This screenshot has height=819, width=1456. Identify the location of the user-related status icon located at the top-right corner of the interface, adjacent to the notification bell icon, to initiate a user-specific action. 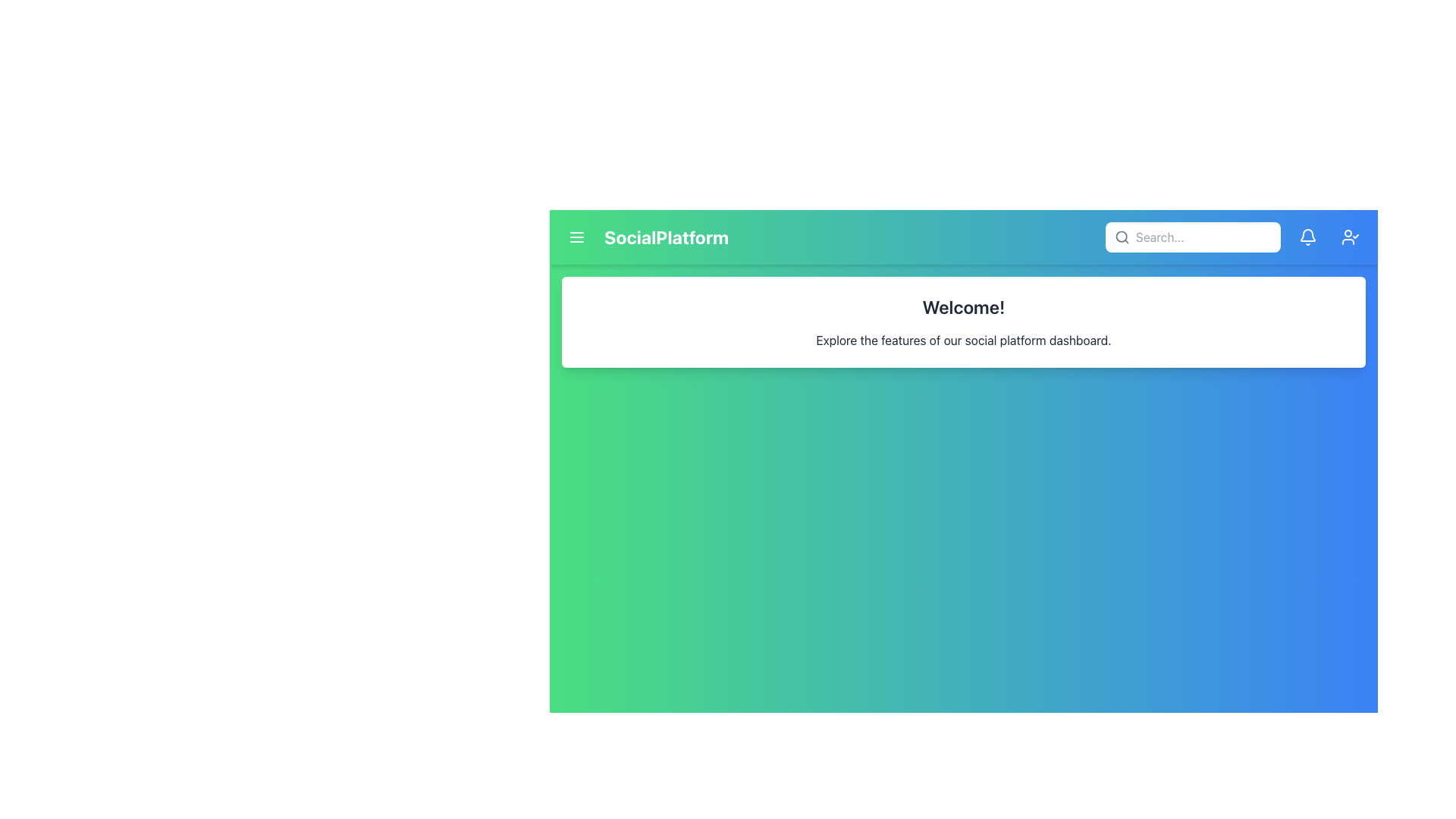
(1350, 237).